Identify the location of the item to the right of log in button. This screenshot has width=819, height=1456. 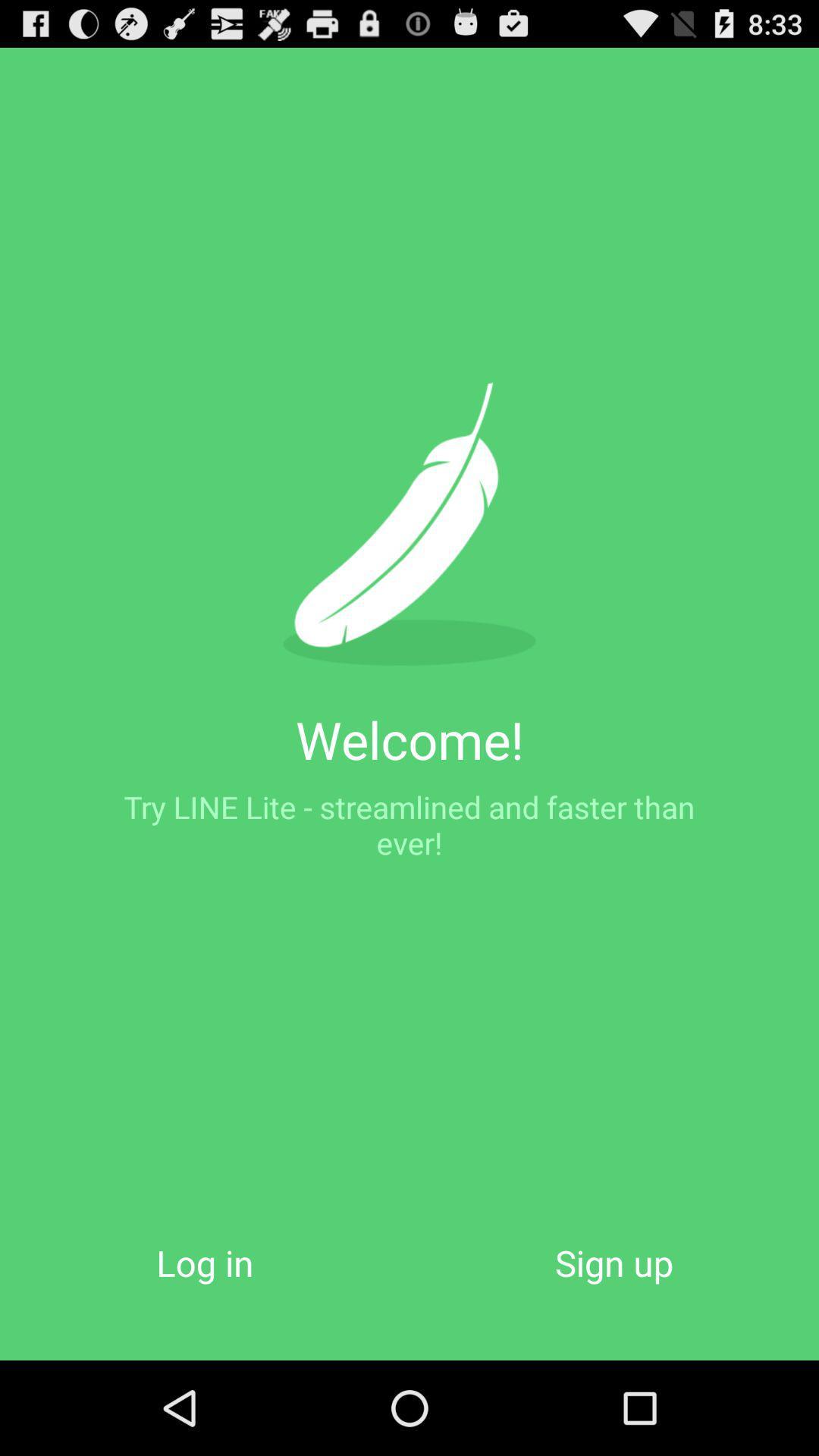
(614, 1263).